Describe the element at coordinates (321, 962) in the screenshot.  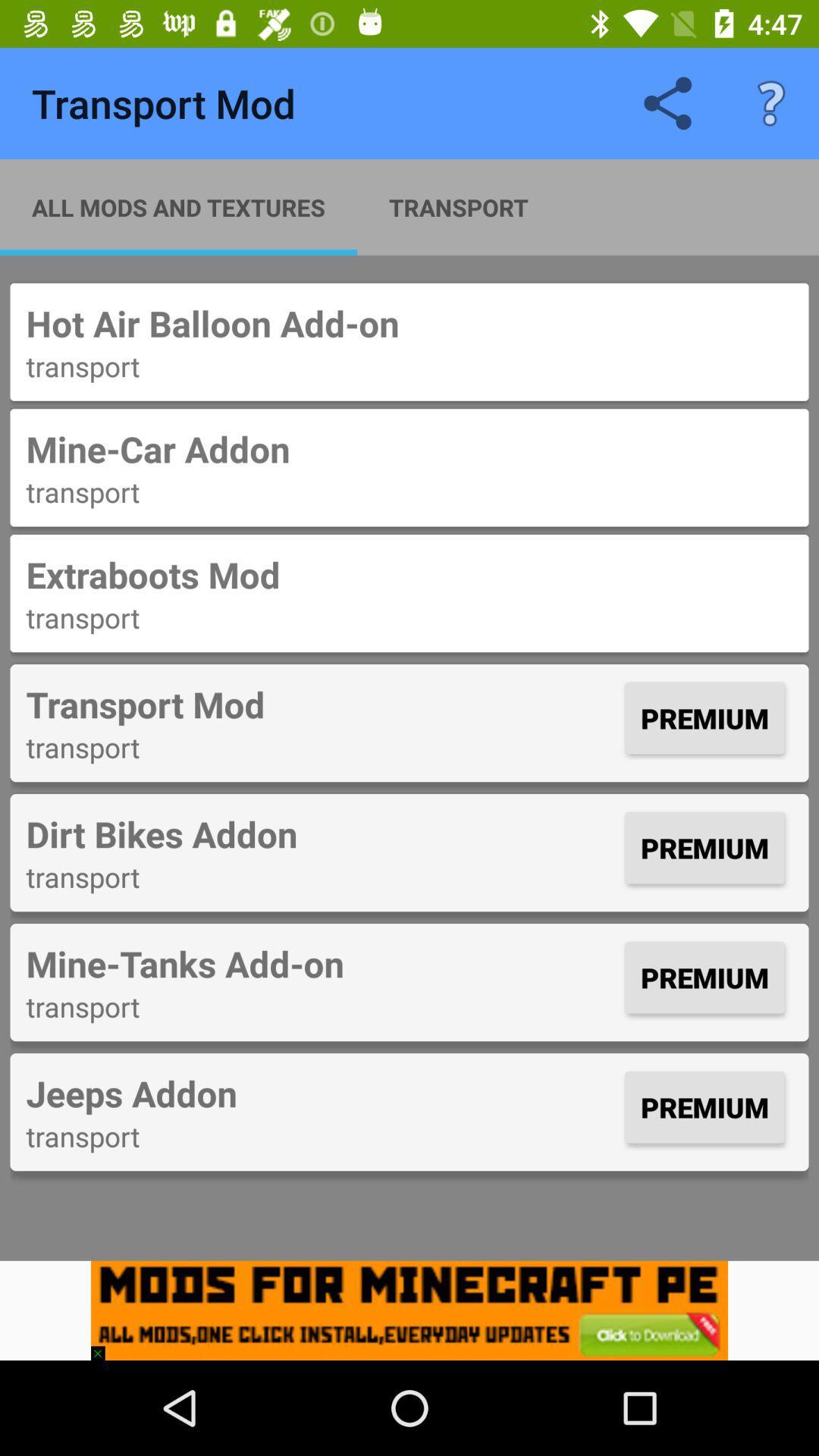
I see `icon above the transport` at that location.